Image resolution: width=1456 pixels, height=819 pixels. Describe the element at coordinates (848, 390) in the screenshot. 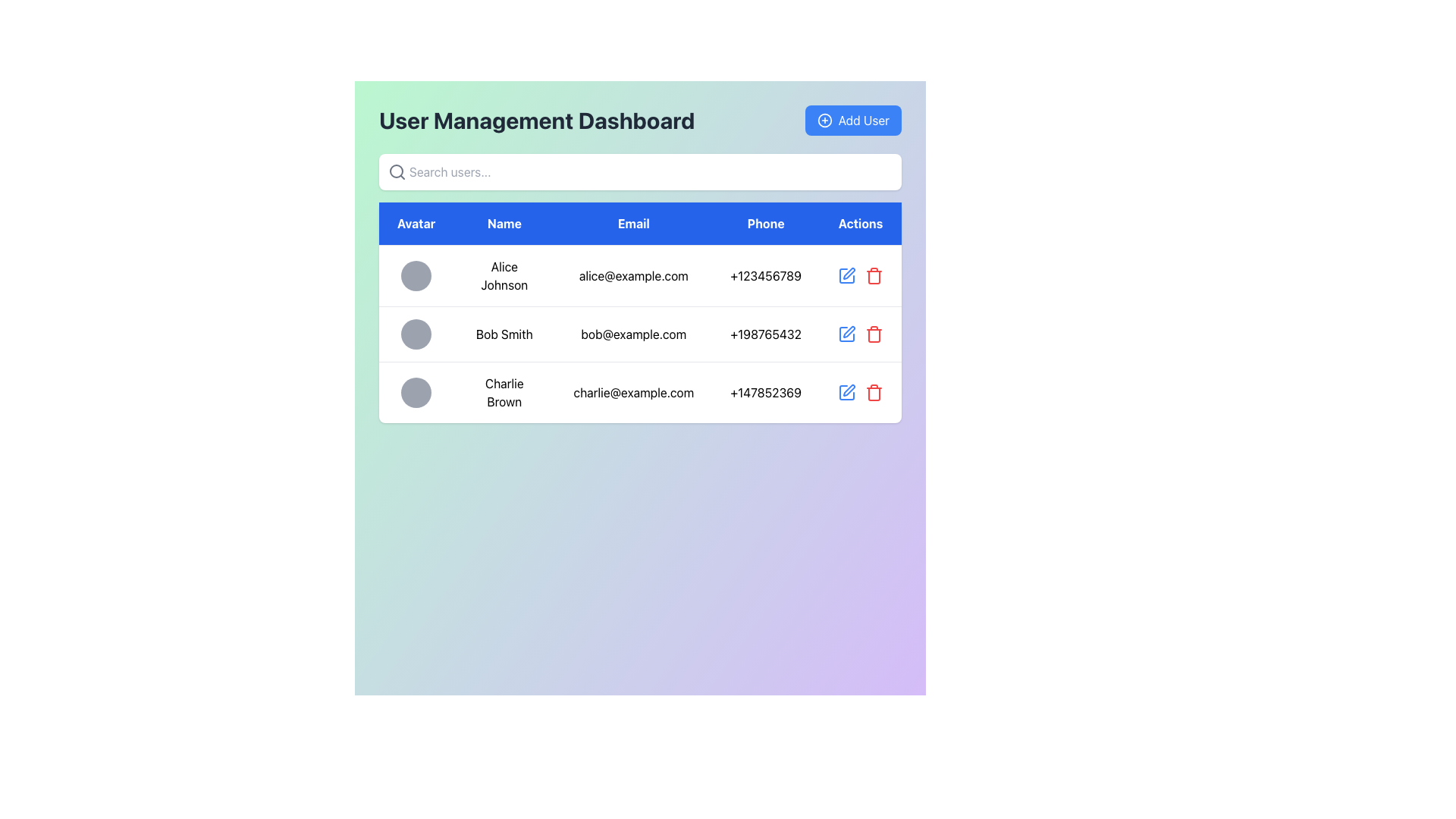

I see `the edit icon associated with the user Charlie Brown in the Actions column of the table` at that location.